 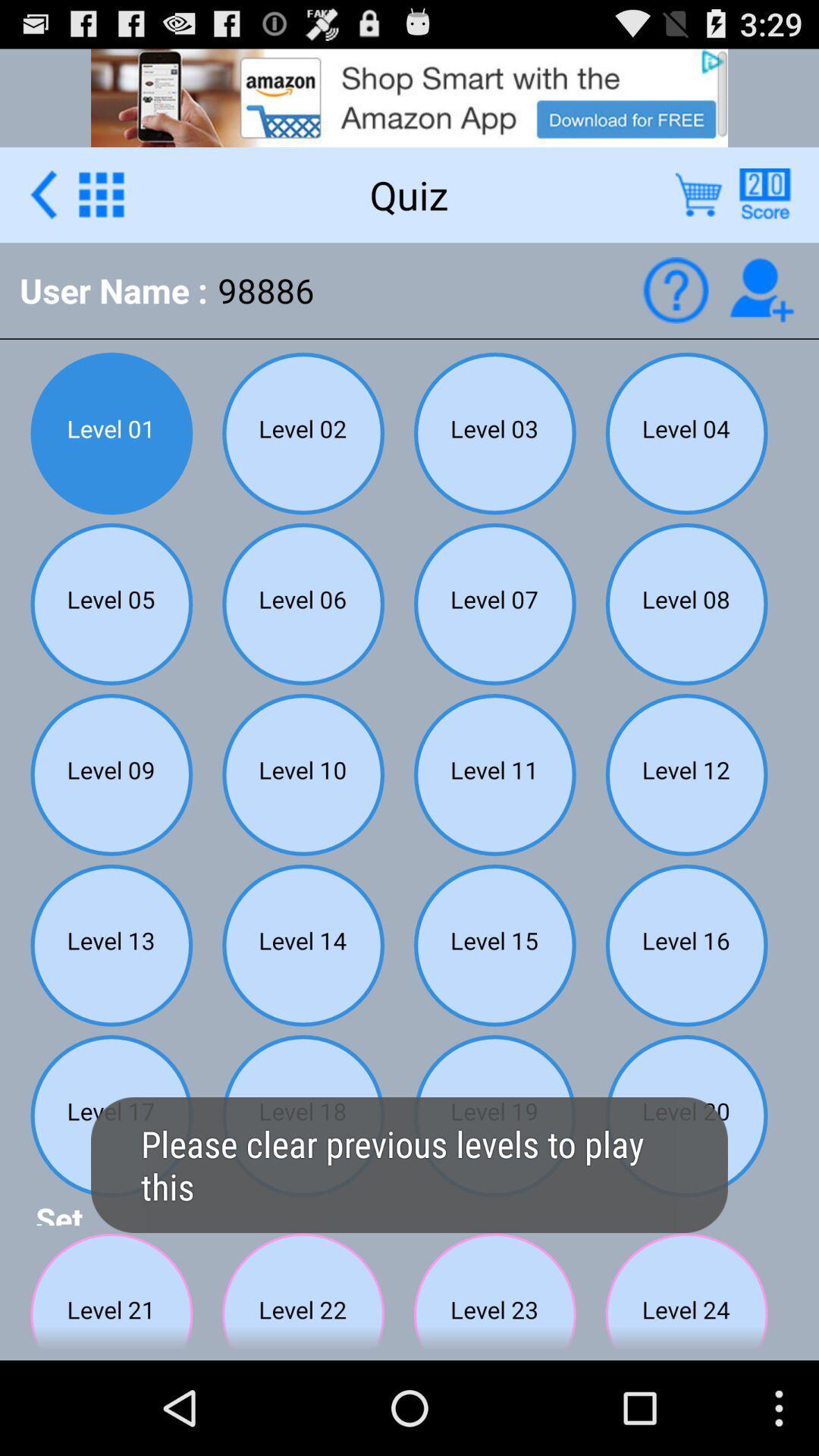 I want to click on user, so click(x=761, y=290).